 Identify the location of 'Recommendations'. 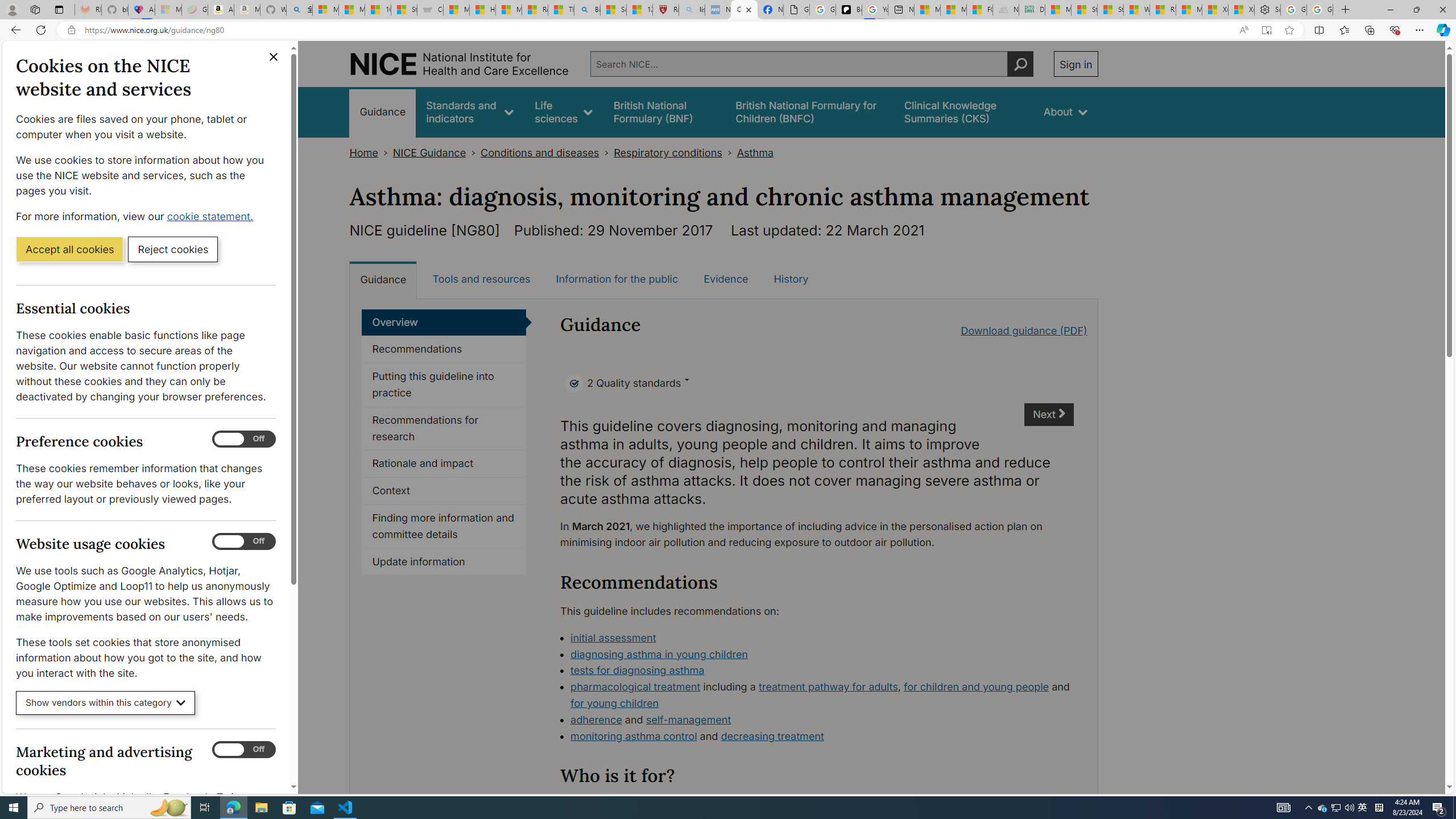
(443, 349).